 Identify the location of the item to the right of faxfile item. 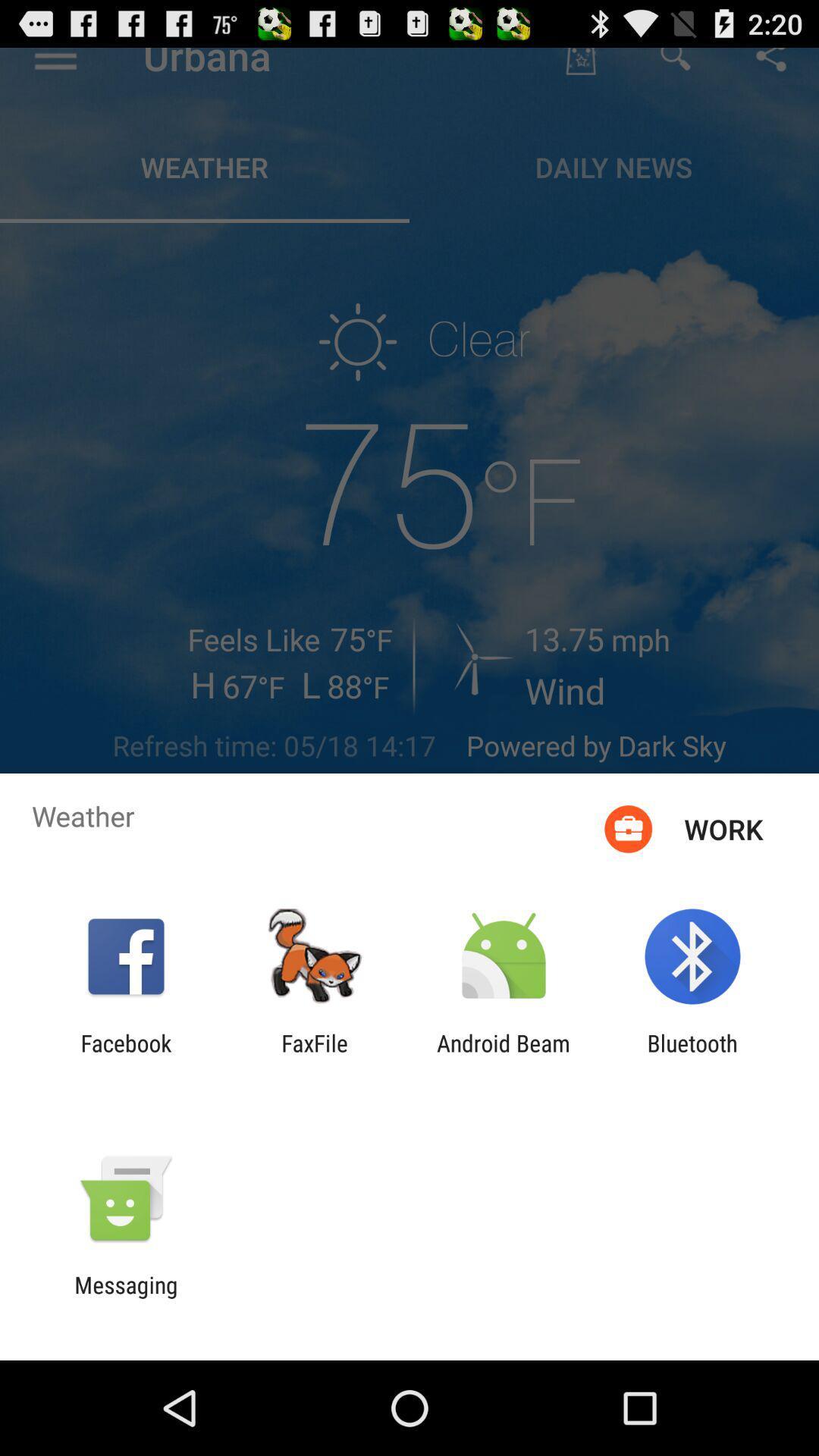
(504, 1056).